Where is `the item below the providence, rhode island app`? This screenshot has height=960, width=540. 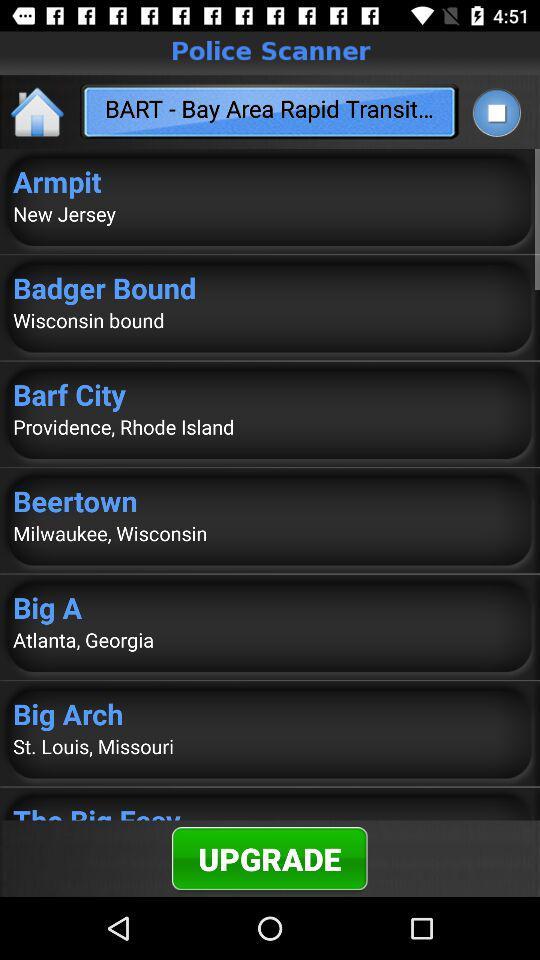 the item below the providence, rhode island app is located at coordinates (270, 499).